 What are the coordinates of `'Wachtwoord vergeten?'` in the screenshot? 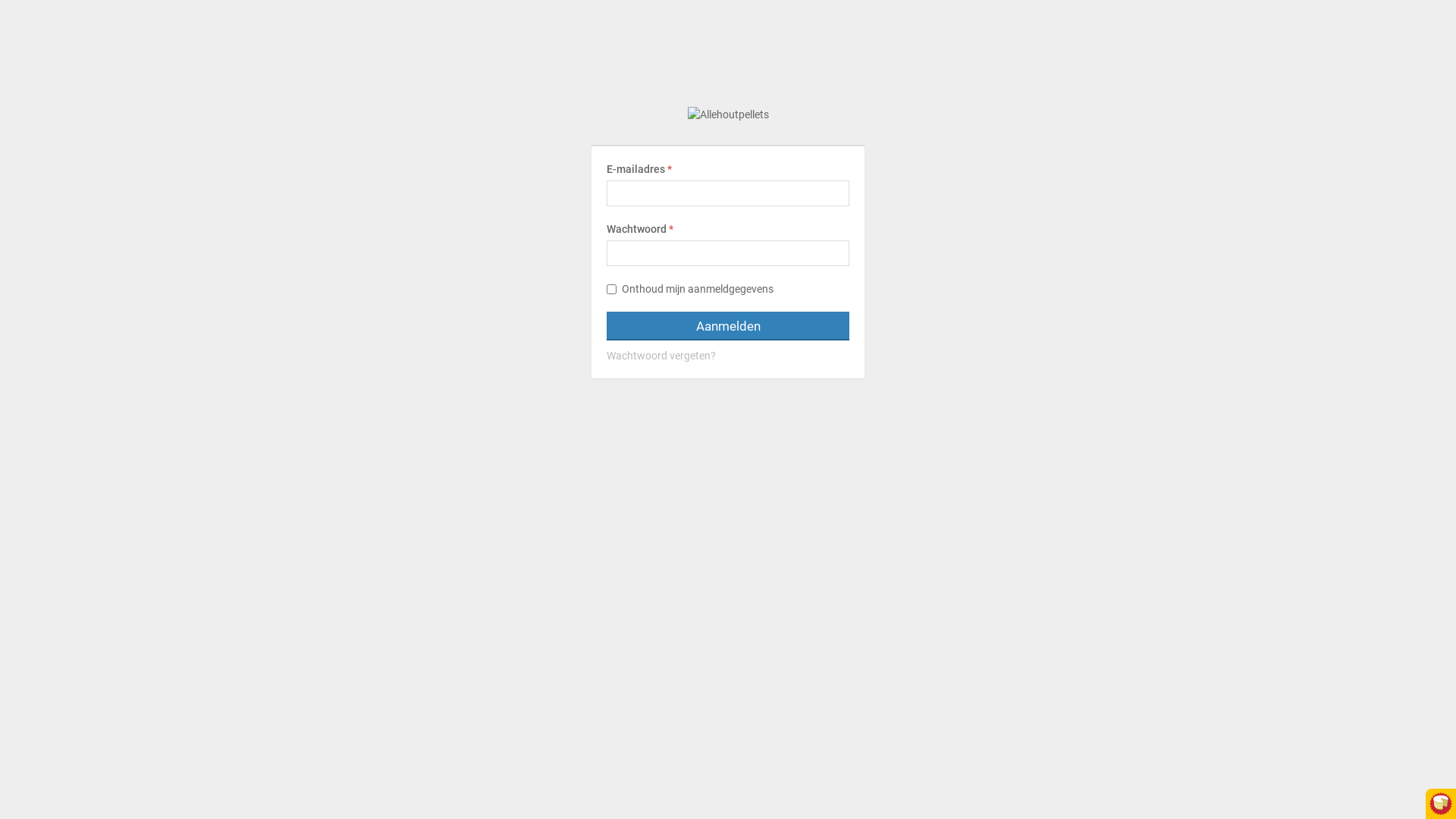 It's located at (728, 356).